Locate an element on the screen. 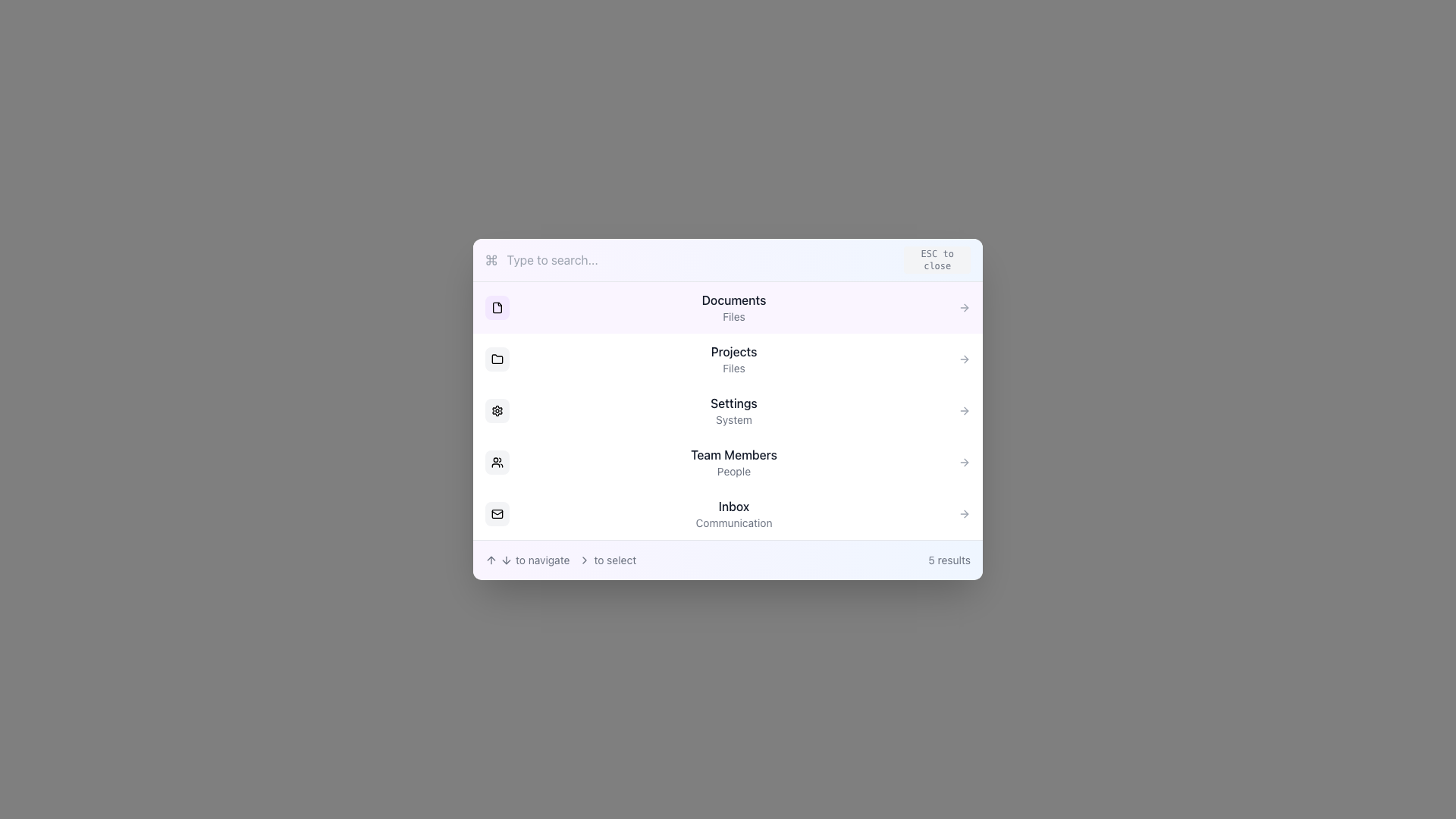 This screenshot has height=819, width=1456. the instructional text element located at the bottom-left corner of the dialog, which indicates that the up and down arrows can be used for navigation is located at coordinates (527, 560).